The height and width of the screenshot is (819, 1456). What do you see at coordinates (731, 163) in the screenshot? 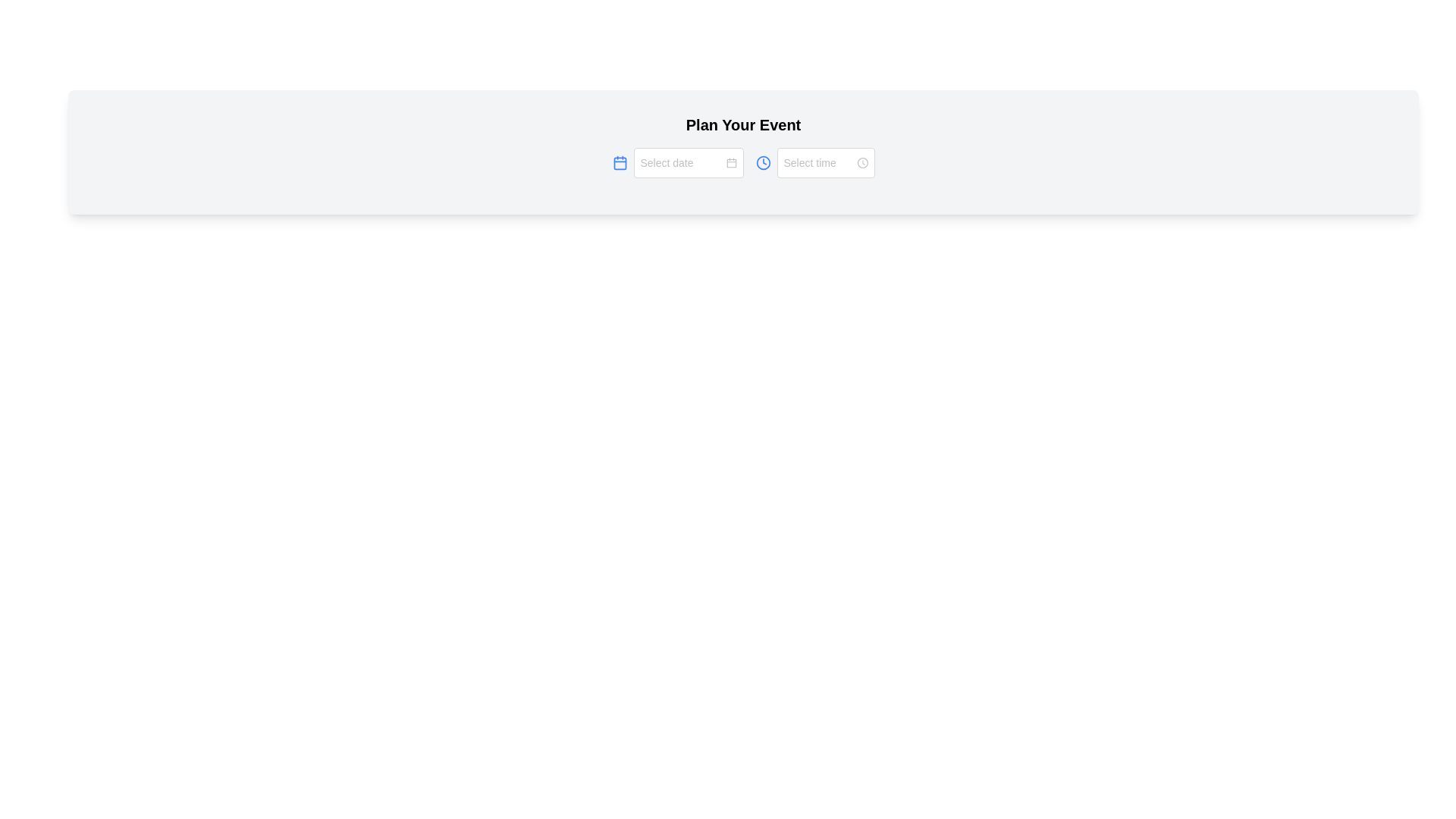
I see `the small gray calendar icon located to the right of the 'Select date' text field within the date-picker control` at bounding box center [731, 163].